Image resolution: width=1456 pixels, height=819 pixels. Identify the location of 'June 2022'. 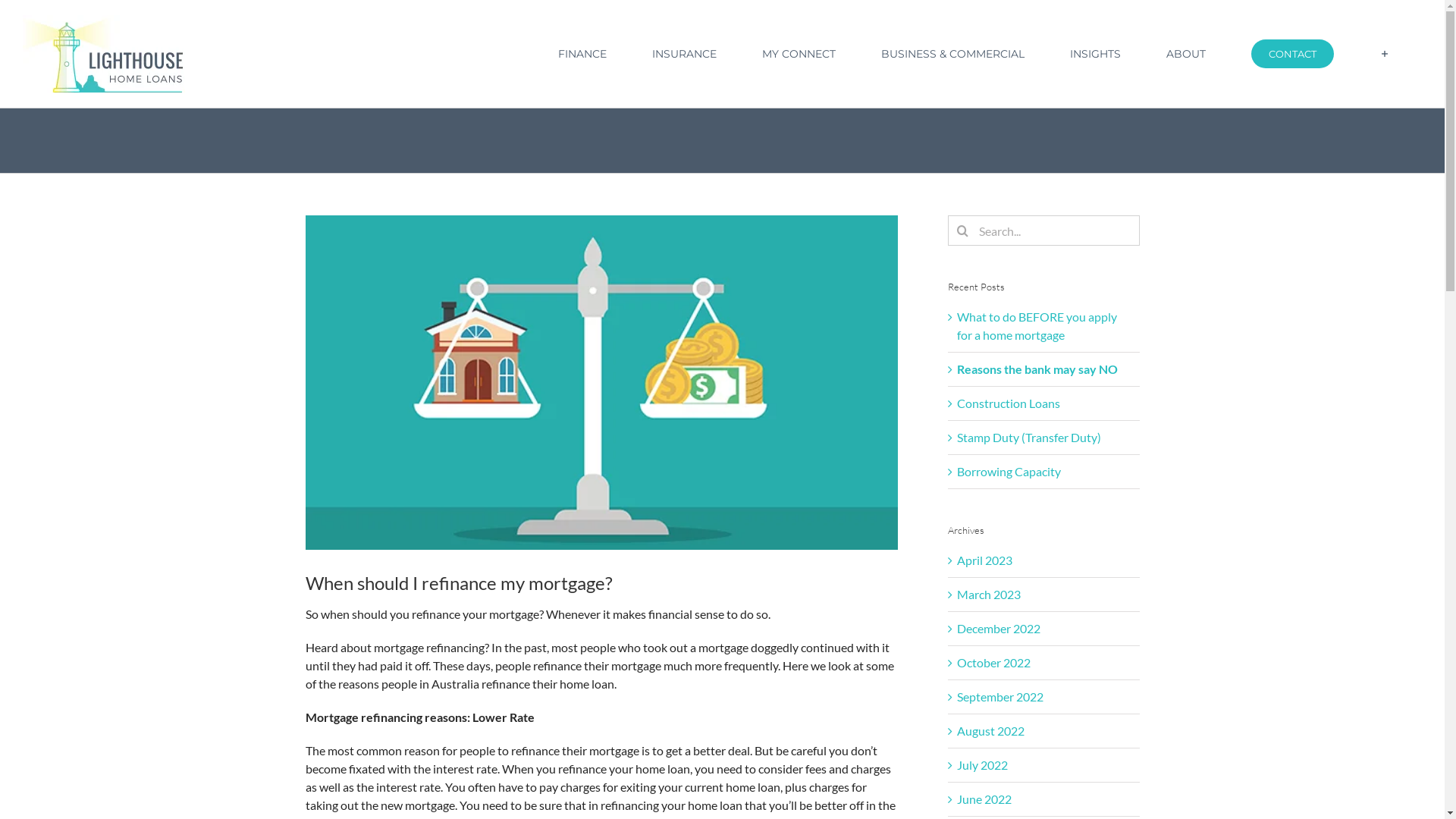
(984, 798).